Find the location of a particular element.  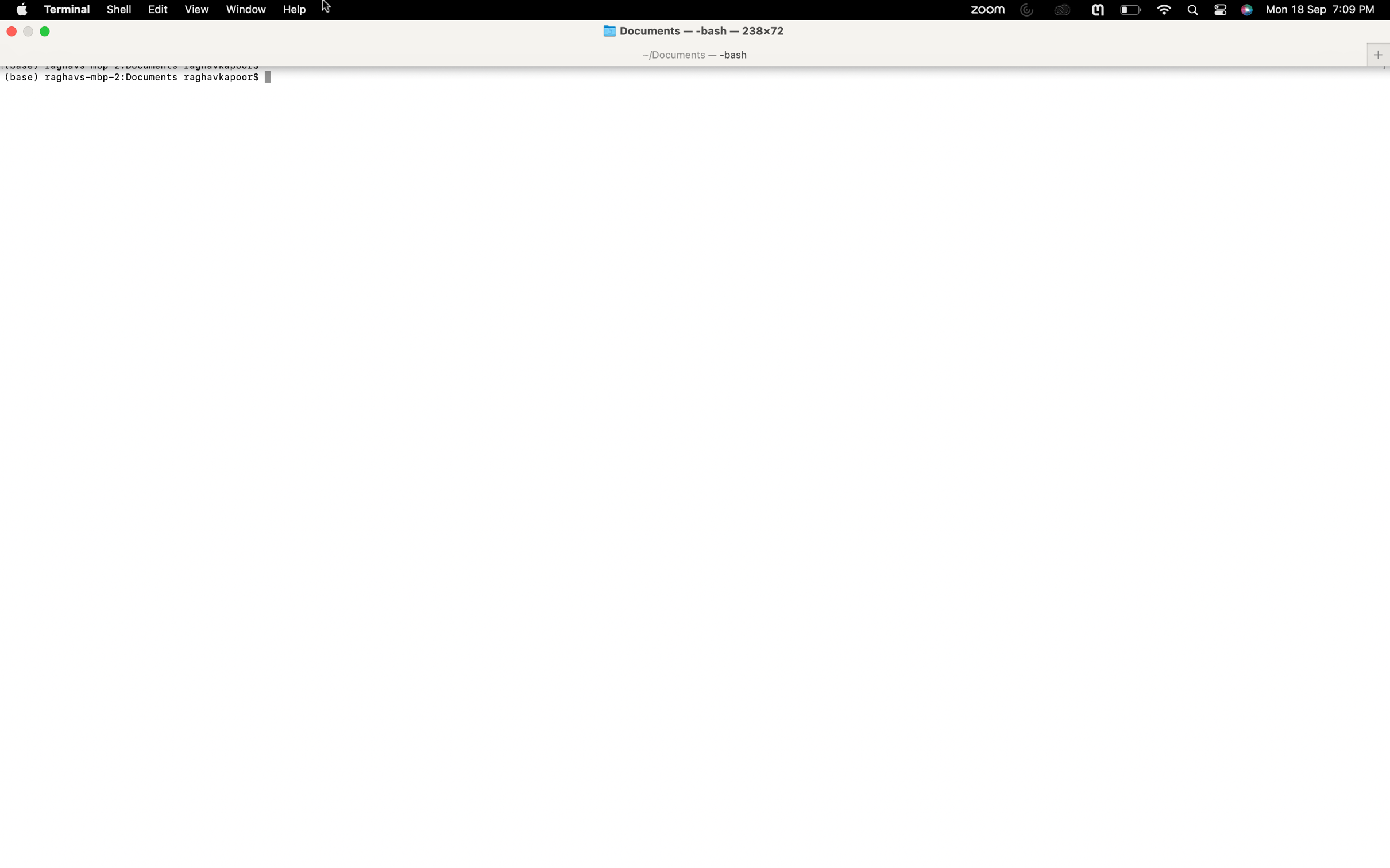

Activate a fresh terminal window is located at coordinates (68, 10).